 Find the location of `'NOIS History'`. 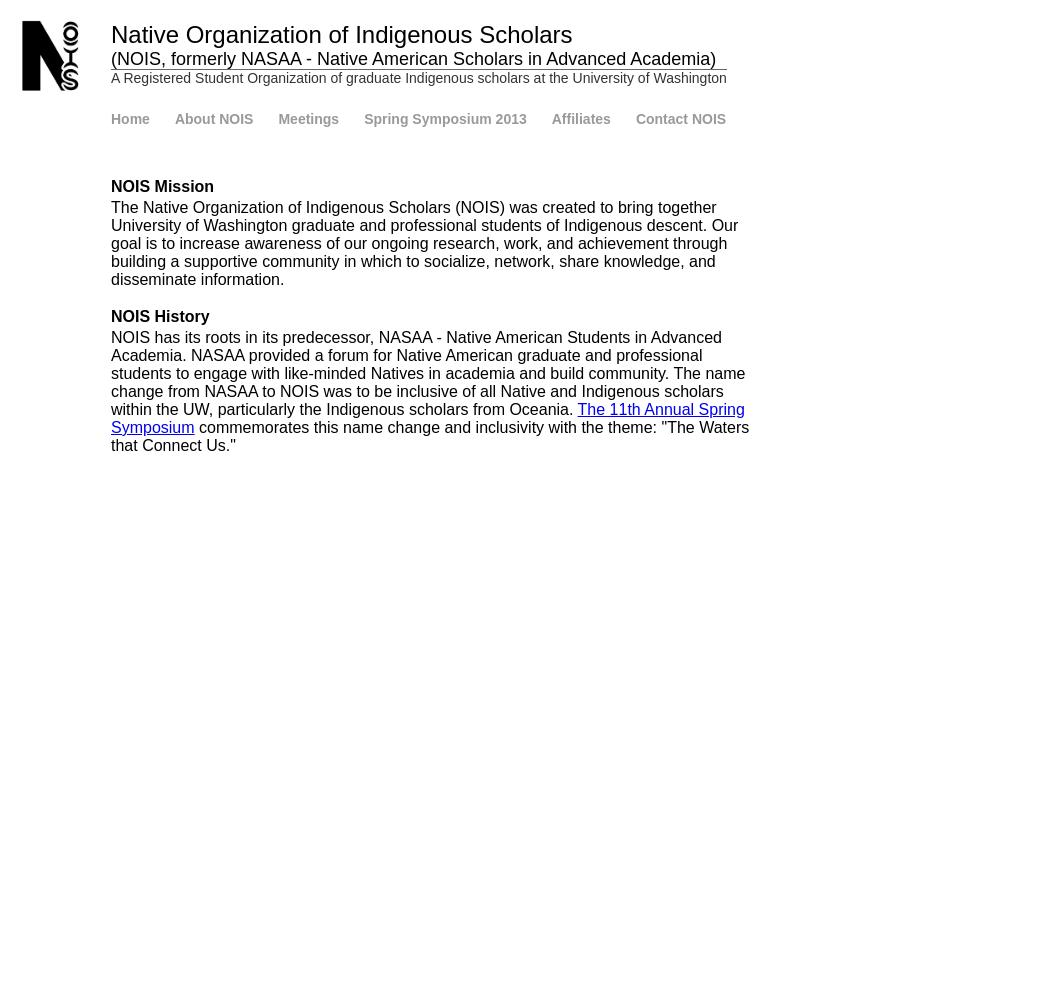

'NOIS History' is located at coordinates (109, 315).